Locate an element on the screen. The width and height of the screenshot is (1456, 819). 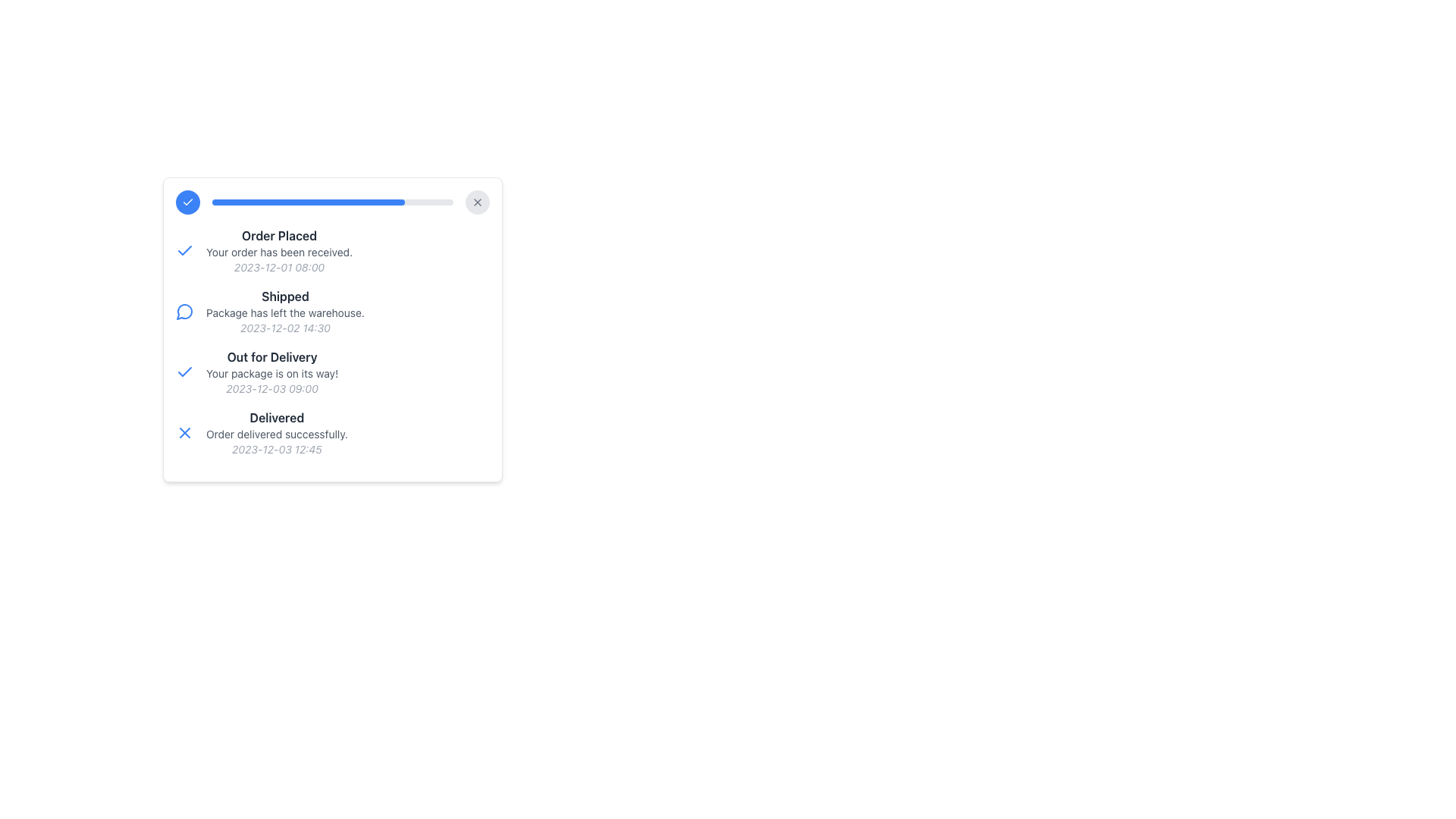
the text label displaying the timestamp '2023-12-03 12:45', which is styled in gray and italicized, located at the bottom of the status card is located at coordinates (277, 449).